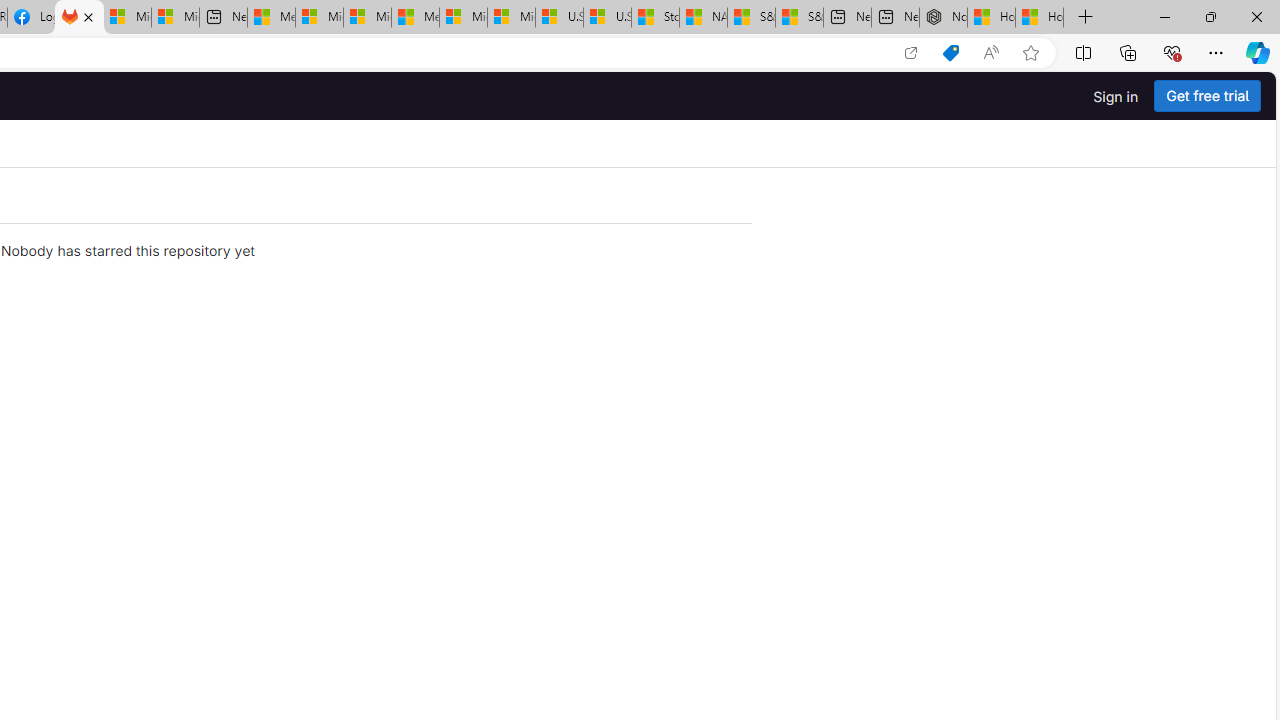  I want to click on 'Read aloud this page (Ctrl+Shift+U)', so click(991, 52).